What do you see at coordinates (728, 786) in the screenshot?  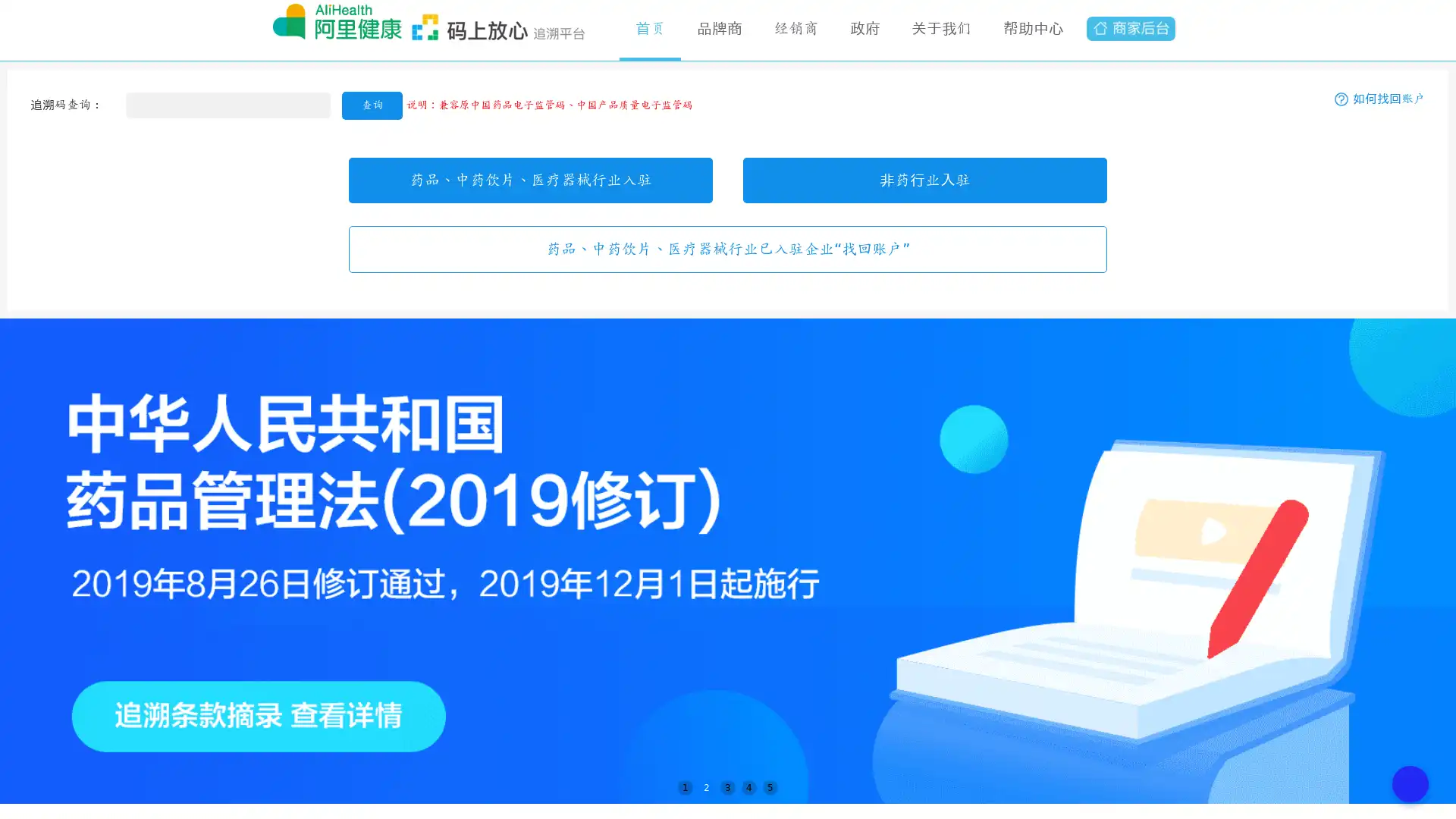 I see `Go to slide 3` at bounding box center [728, 786].